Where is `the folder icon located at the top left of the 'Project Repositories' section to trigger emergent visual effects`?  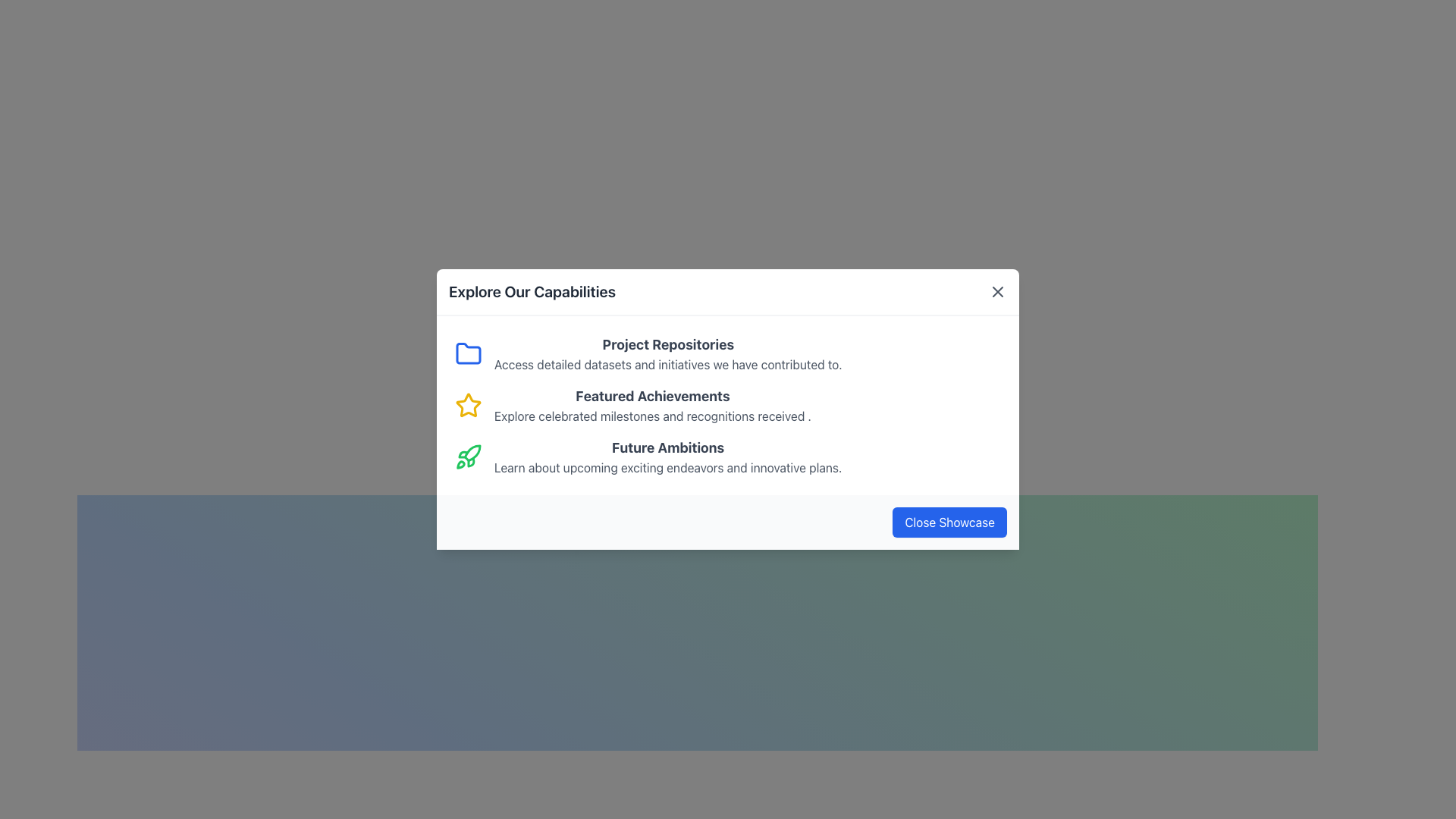 the folder icon located at the top left of the 'Project Repositories' section to trigger emergent visual effects is located at coordinates (468, 353).